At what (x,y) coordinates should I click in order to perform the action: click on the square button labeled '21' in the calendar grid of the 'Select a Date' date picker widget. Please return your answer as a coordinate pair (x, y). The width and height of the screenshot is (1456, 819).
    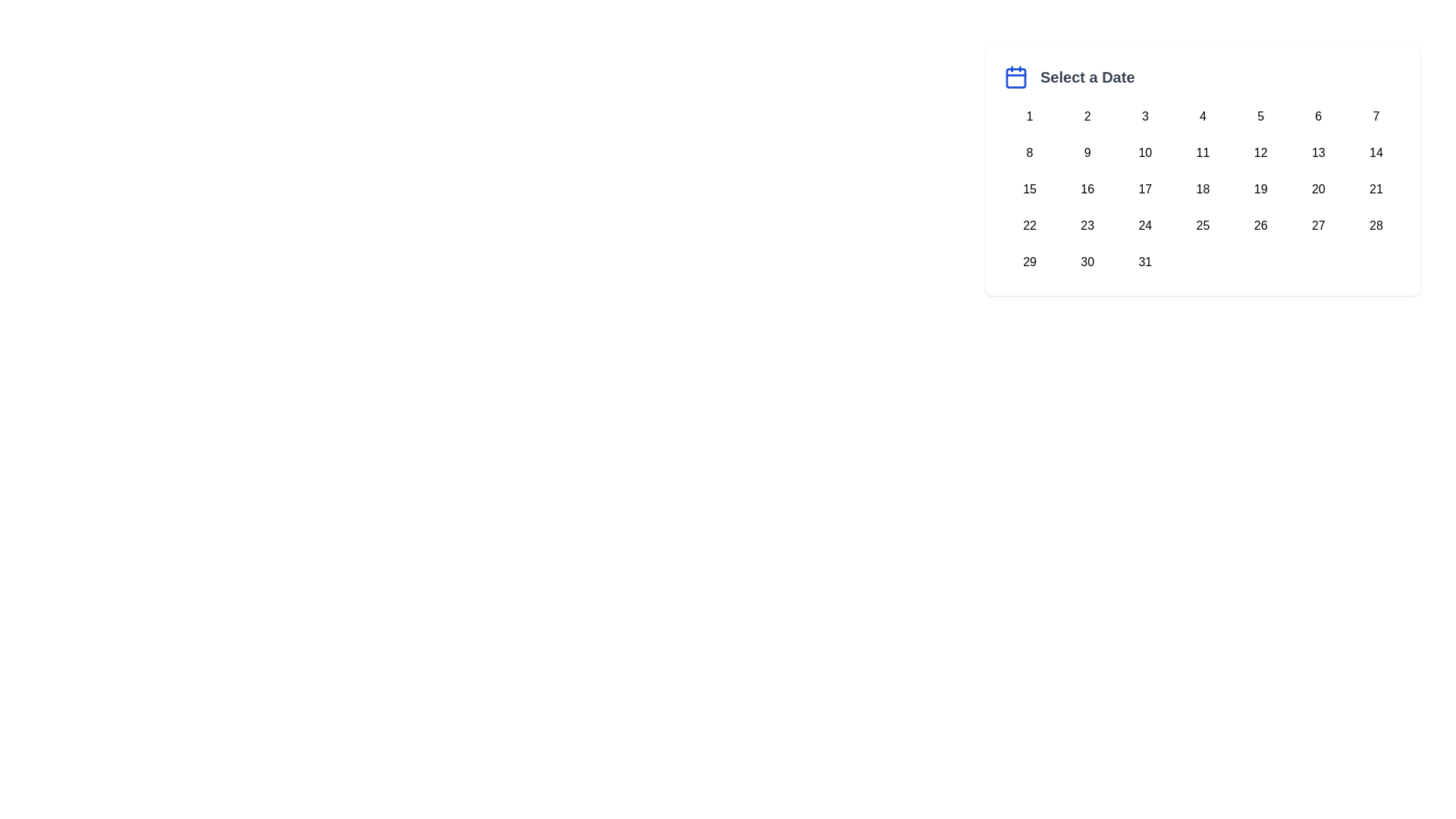
    Looking at the image, I should click on (1376, 189).